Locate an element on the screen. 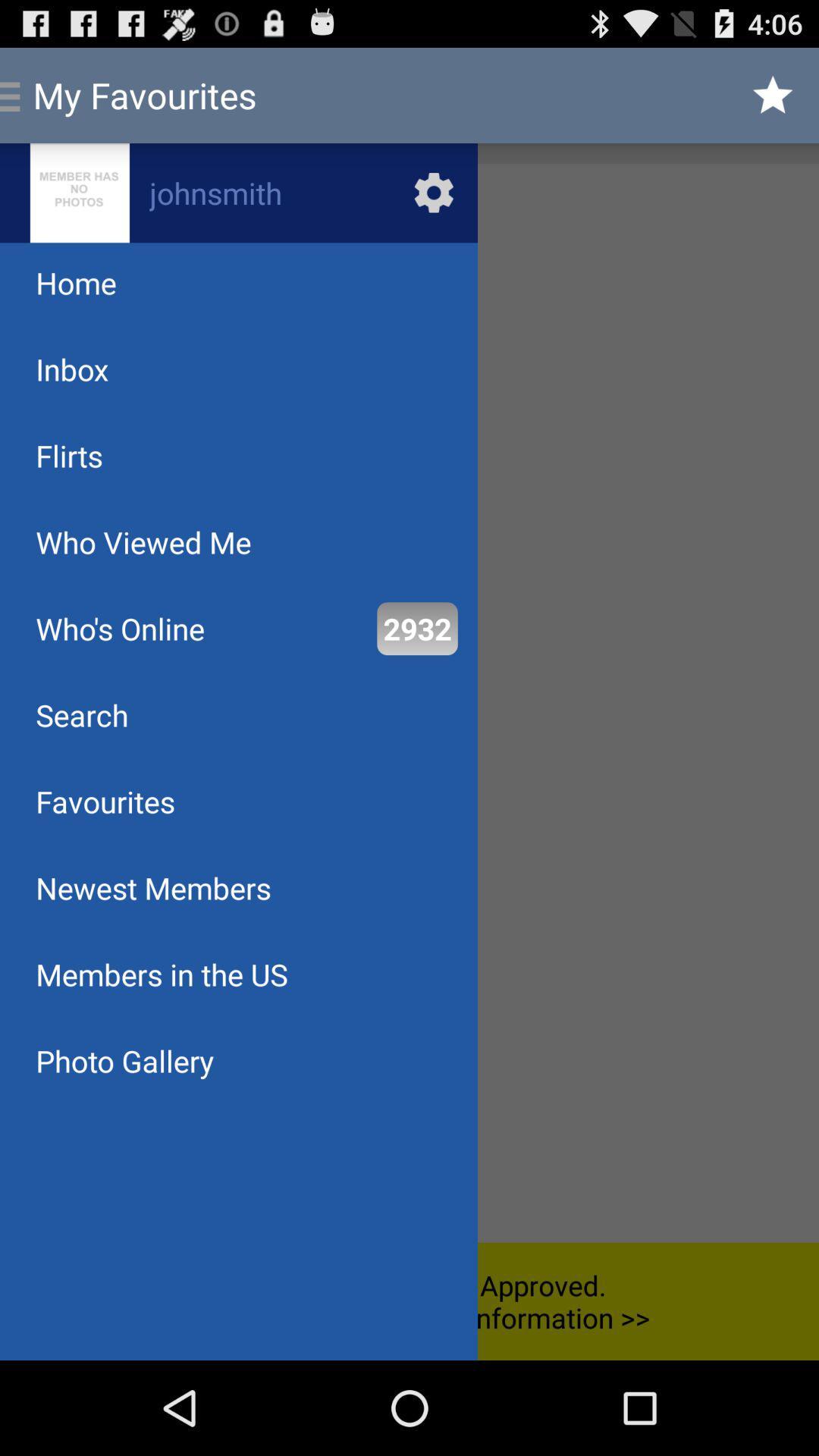 The image size is (819, 1456). show or hide menu is located at coordinates (409, 702).